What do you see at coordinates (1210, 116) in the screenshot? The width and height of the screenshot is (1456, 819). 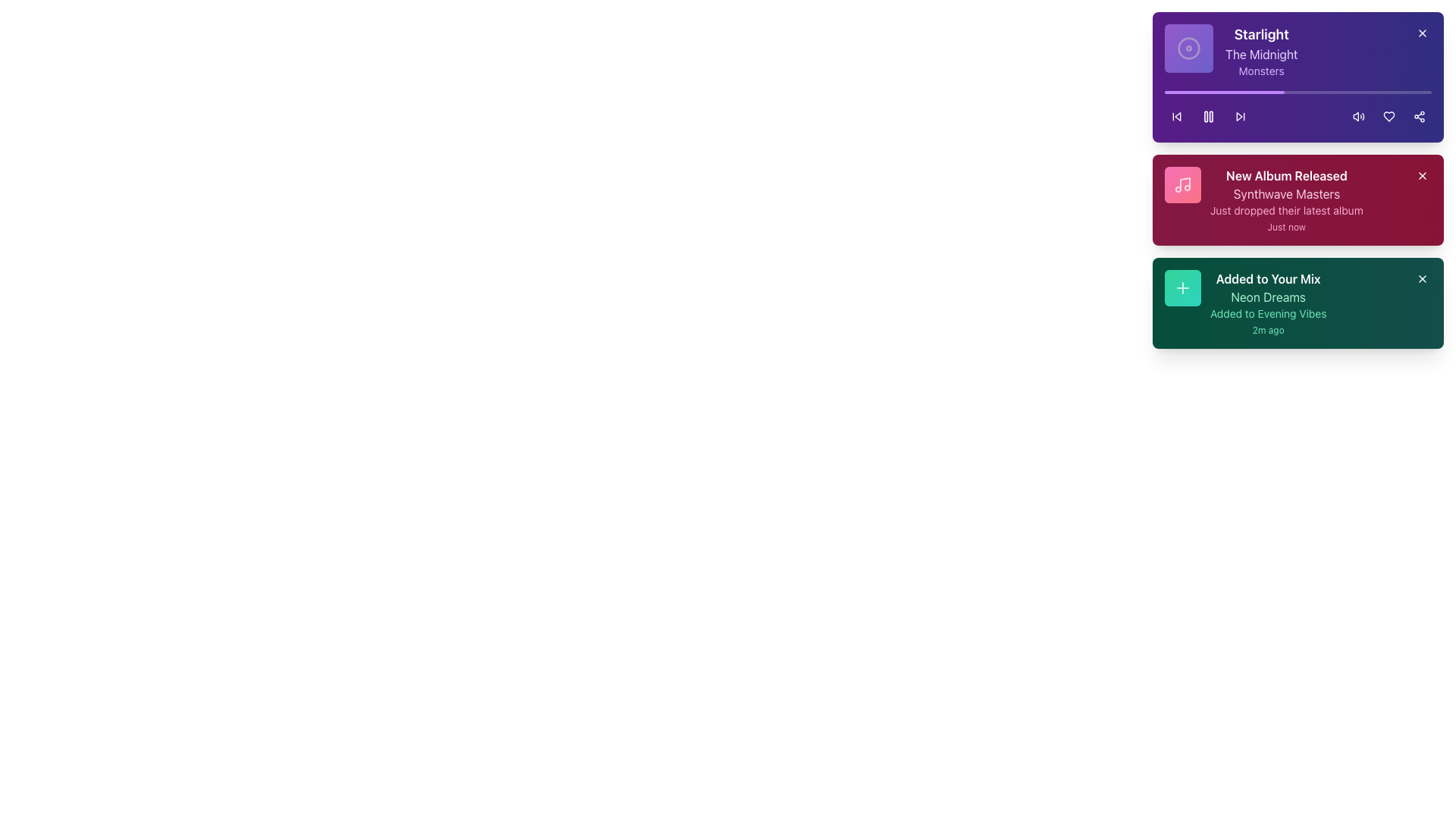 I see `the right rectangle of the pause button icon in the media controls of the notification card` at bounding box center [1210, 116].